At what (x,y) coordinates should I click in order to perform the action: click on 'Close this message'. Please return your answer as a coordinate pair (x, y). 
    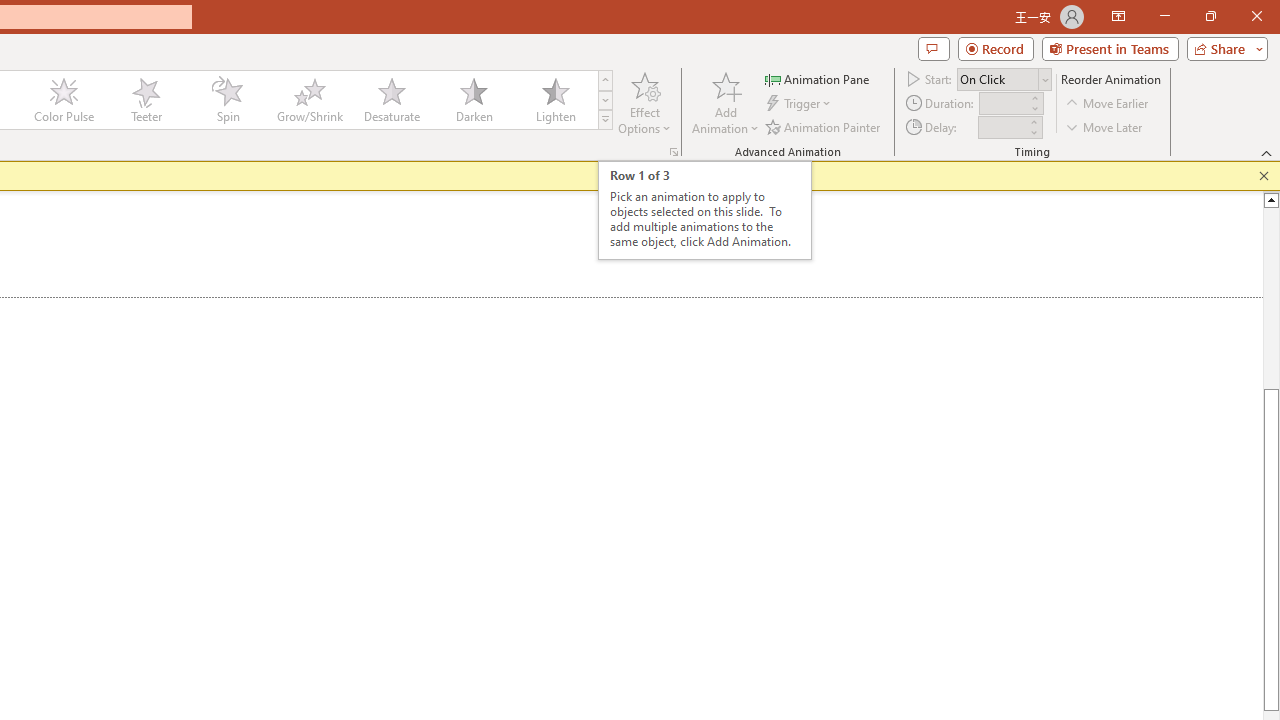
    Looking at the image, I should click on (1263, 175).